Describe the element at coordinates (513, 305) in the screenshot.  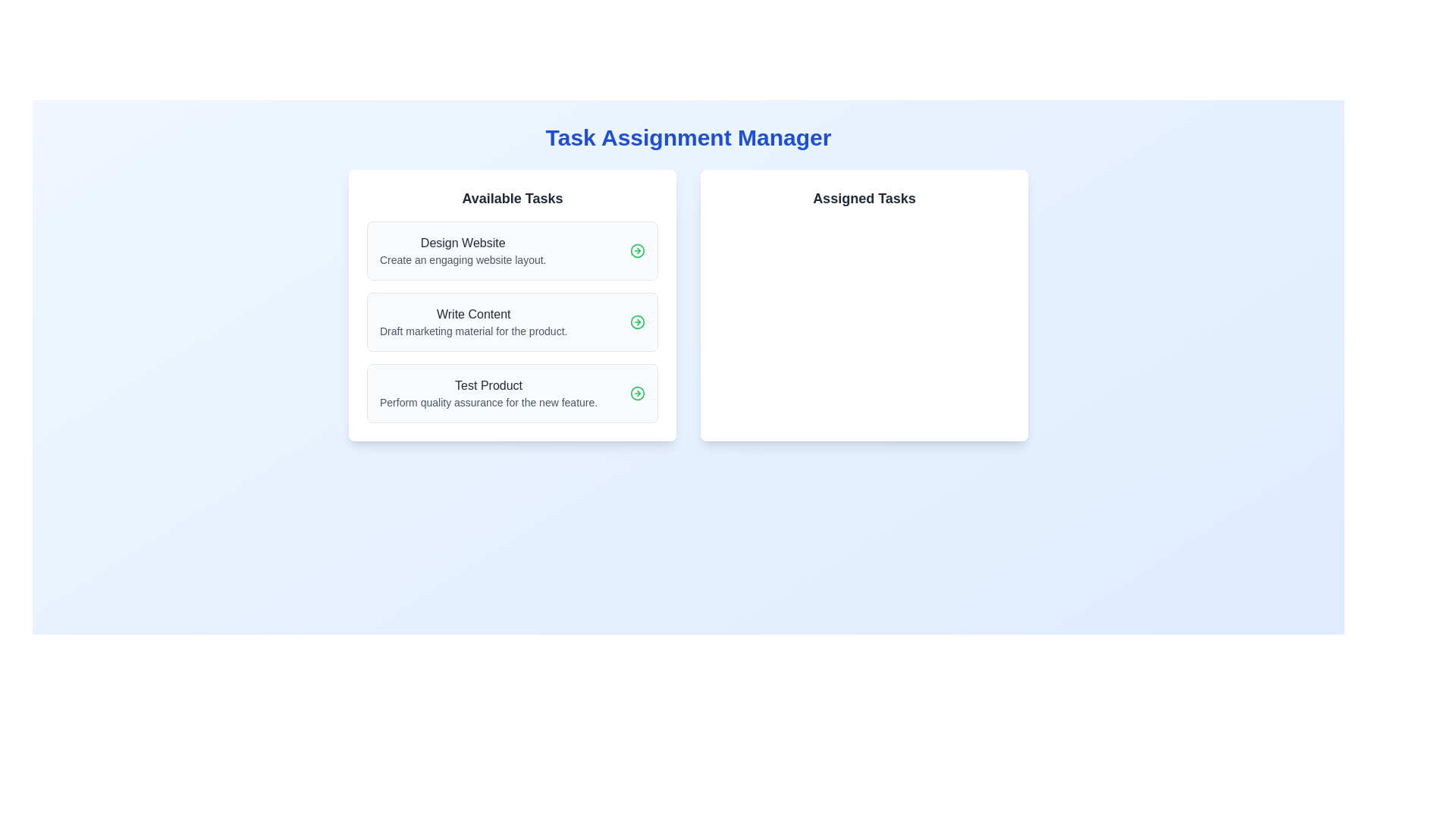
I see `the second task item titled 'Write Content' within the 'Available Tasks' section` at that location.